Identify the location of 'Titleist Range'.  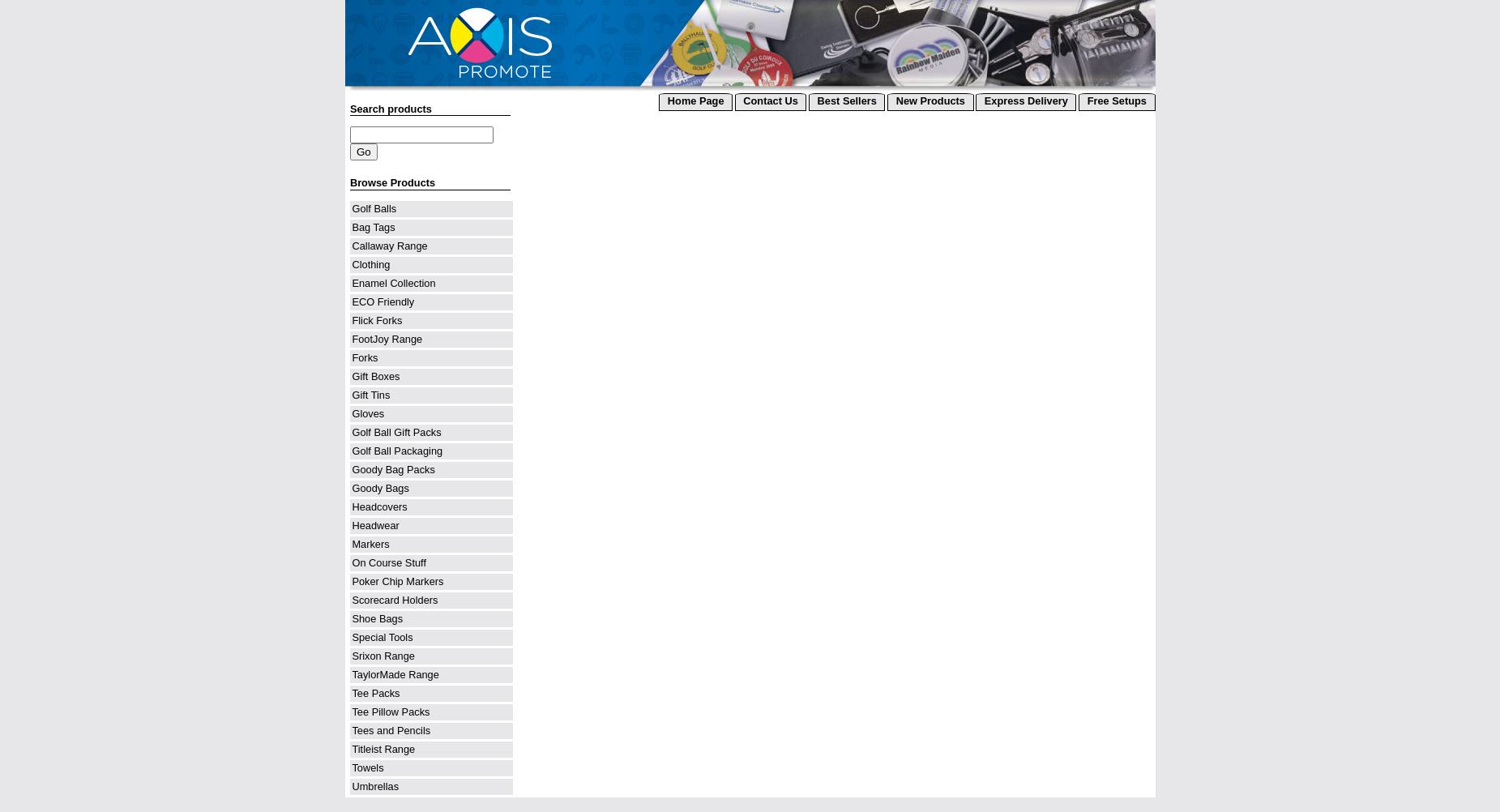
(382, 748).